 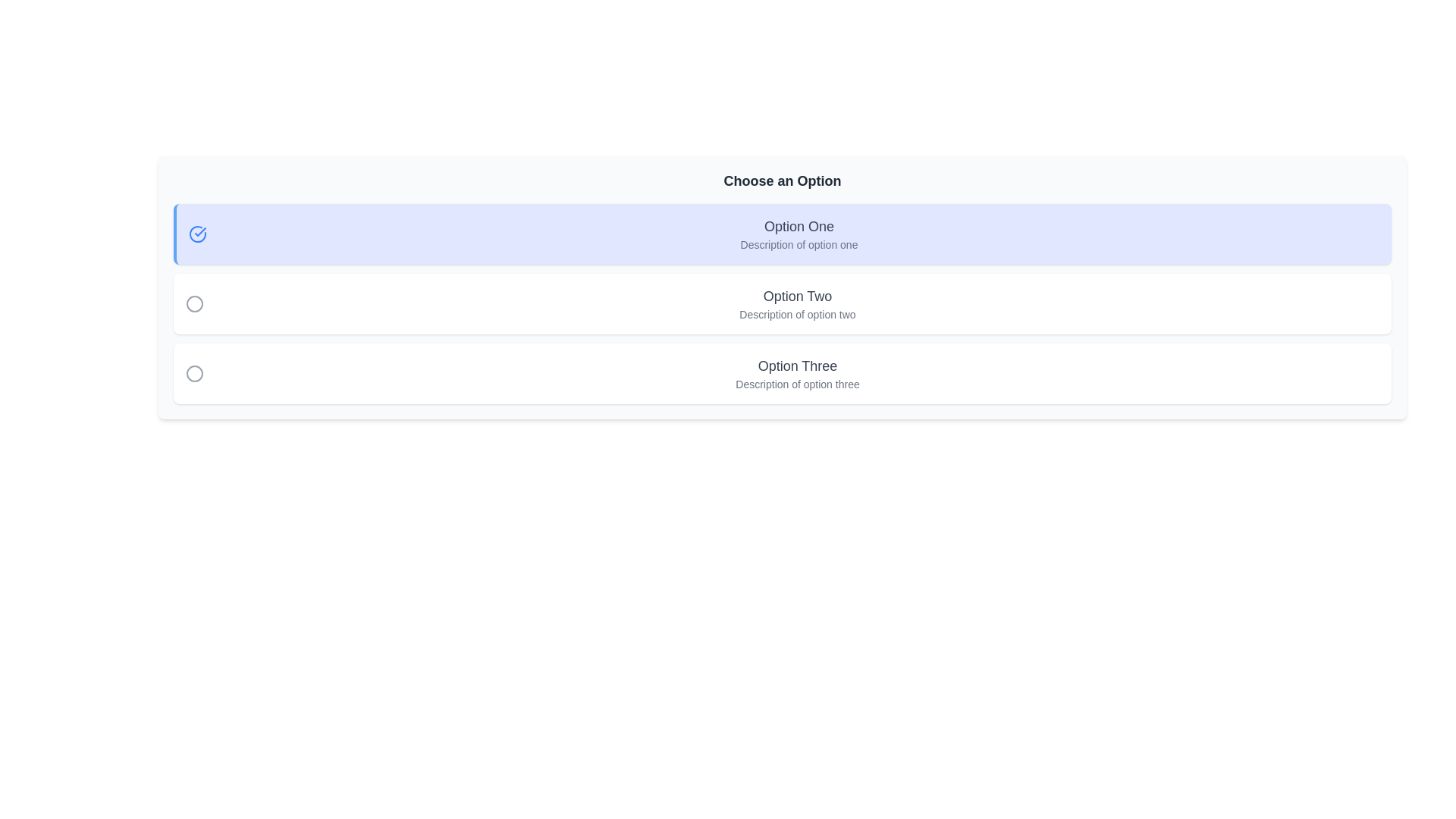 I want to click on the text label reading 'Description of option two', which is styled in a smaller font size and gray color, located beneath the title 'Option Two', so click(x=796, y=314).